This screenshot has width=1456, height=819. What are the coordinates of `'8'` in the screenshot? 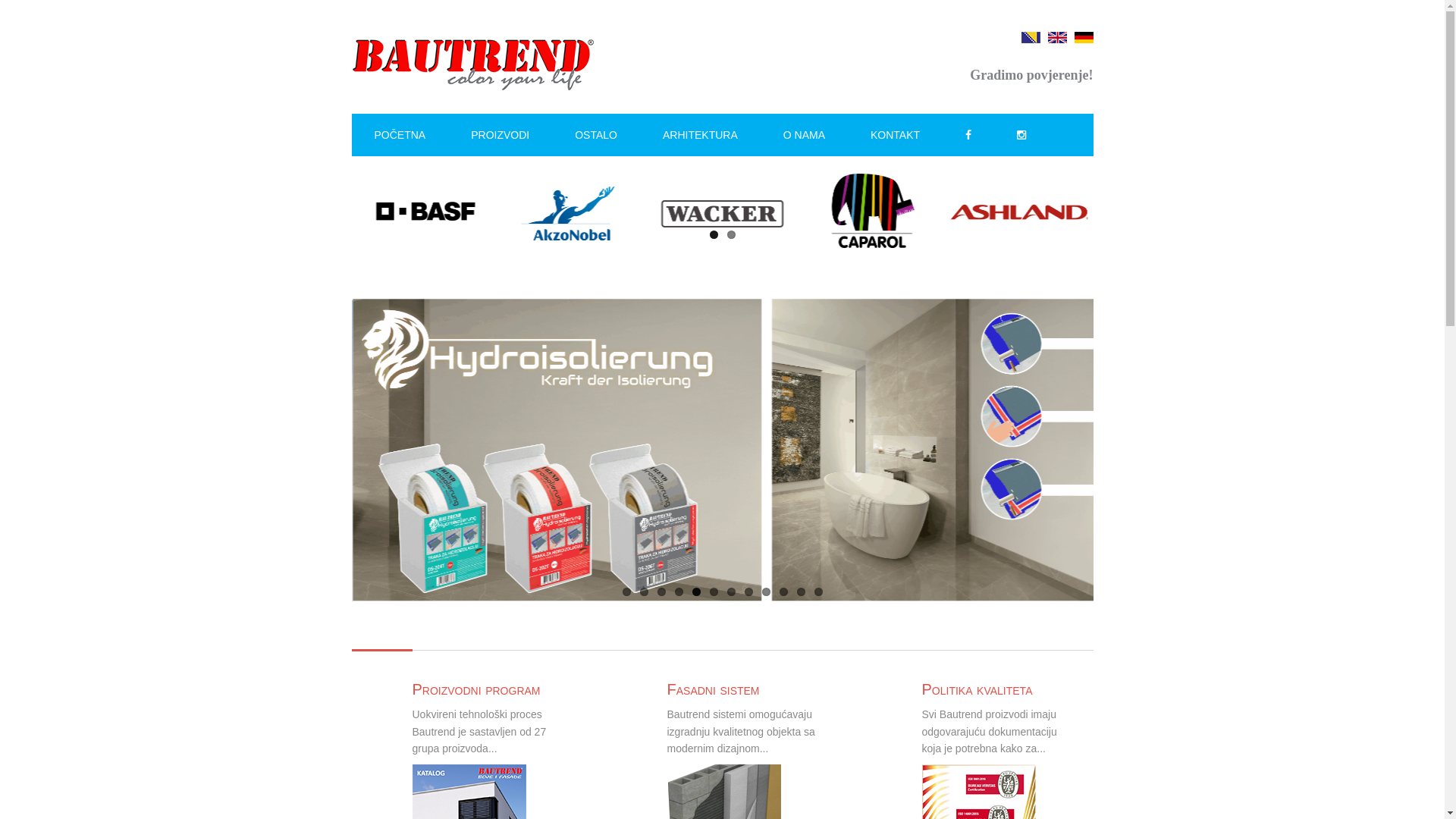 It's located at (748, 591).